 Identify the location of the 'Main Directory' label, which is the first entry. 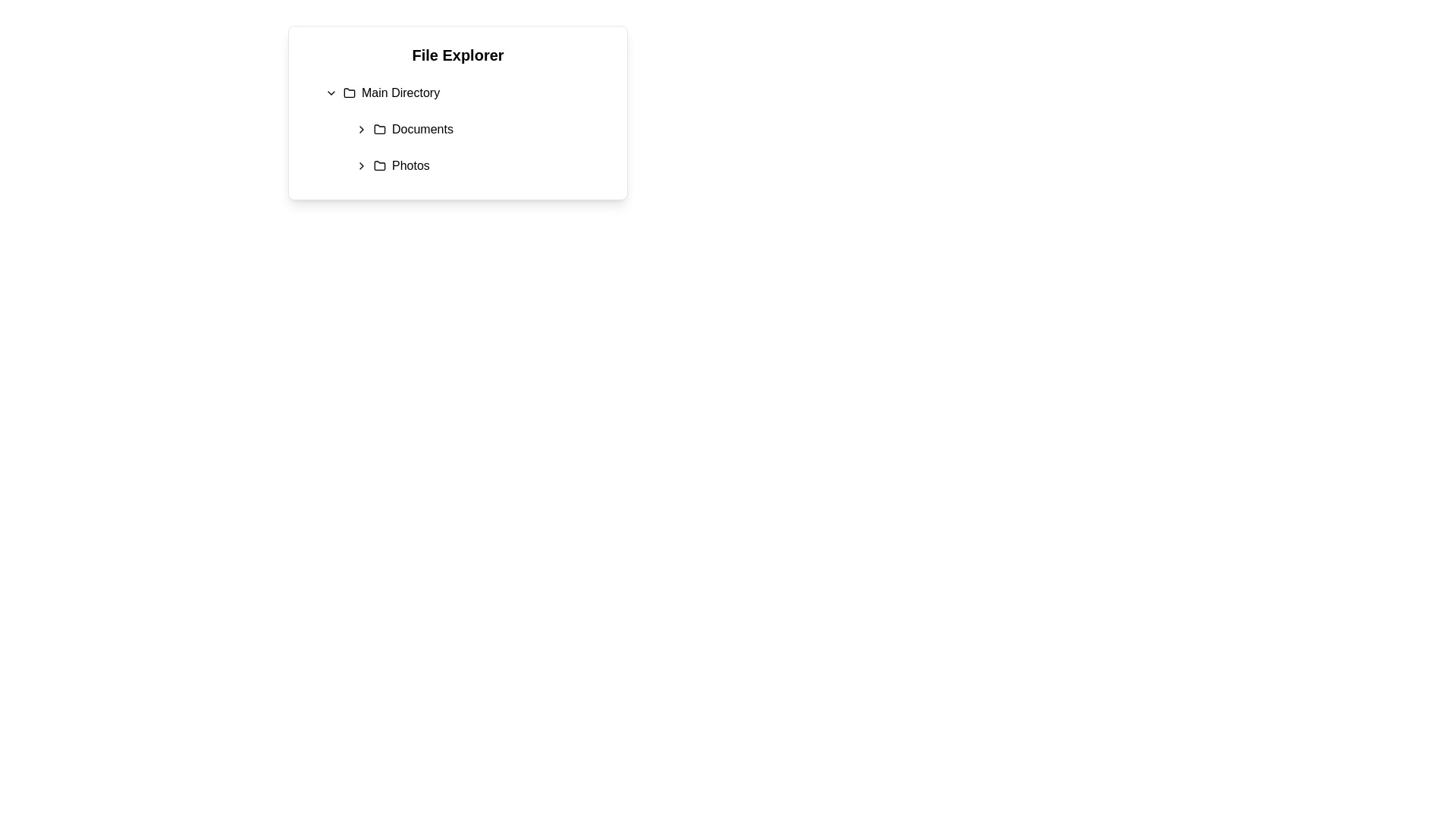
(391, 93).